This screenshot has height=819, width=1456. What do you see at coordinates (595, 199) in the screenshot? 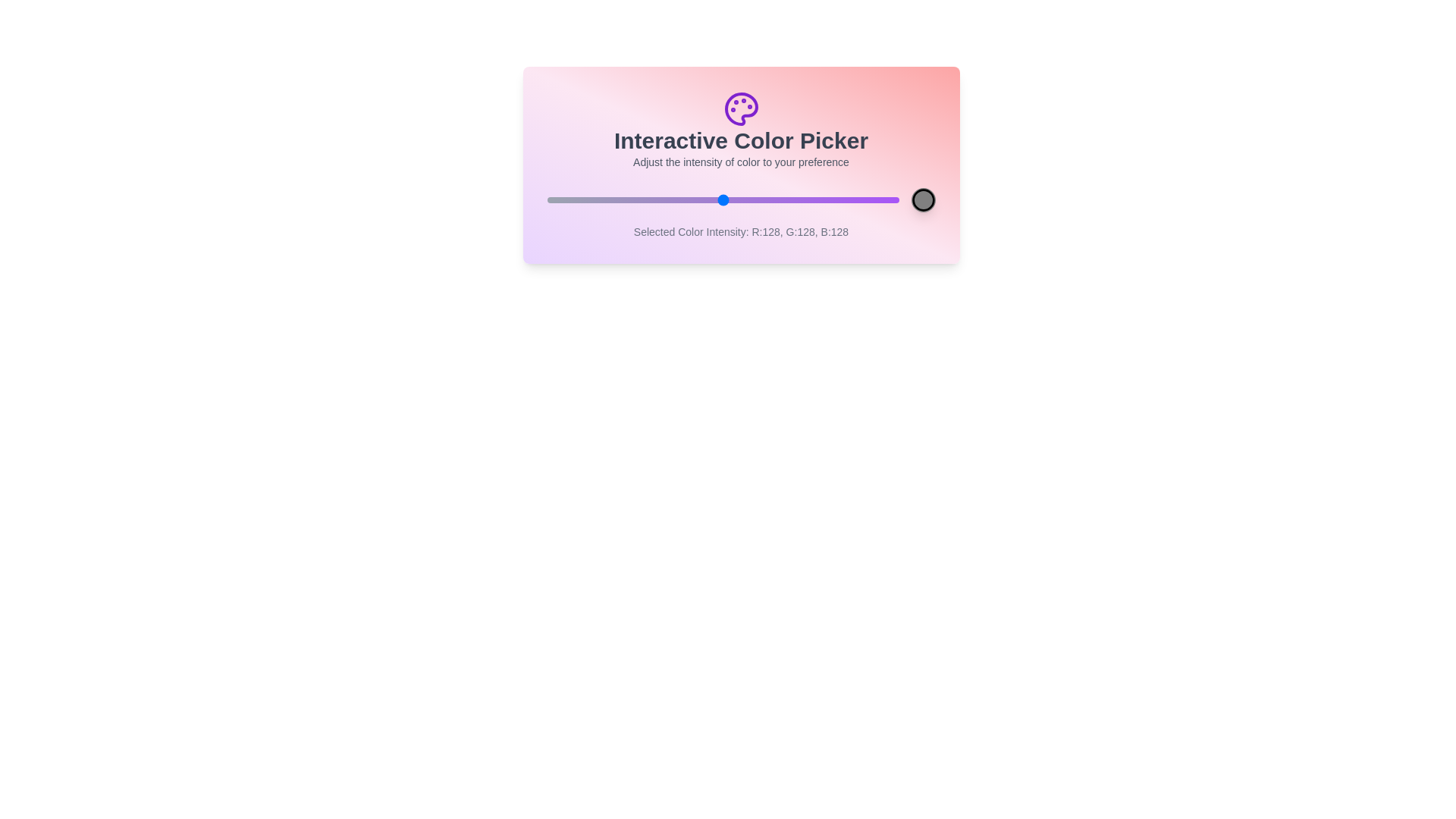
I see `the slider to set the color intensity to 36` at bounding box center [595, 199].